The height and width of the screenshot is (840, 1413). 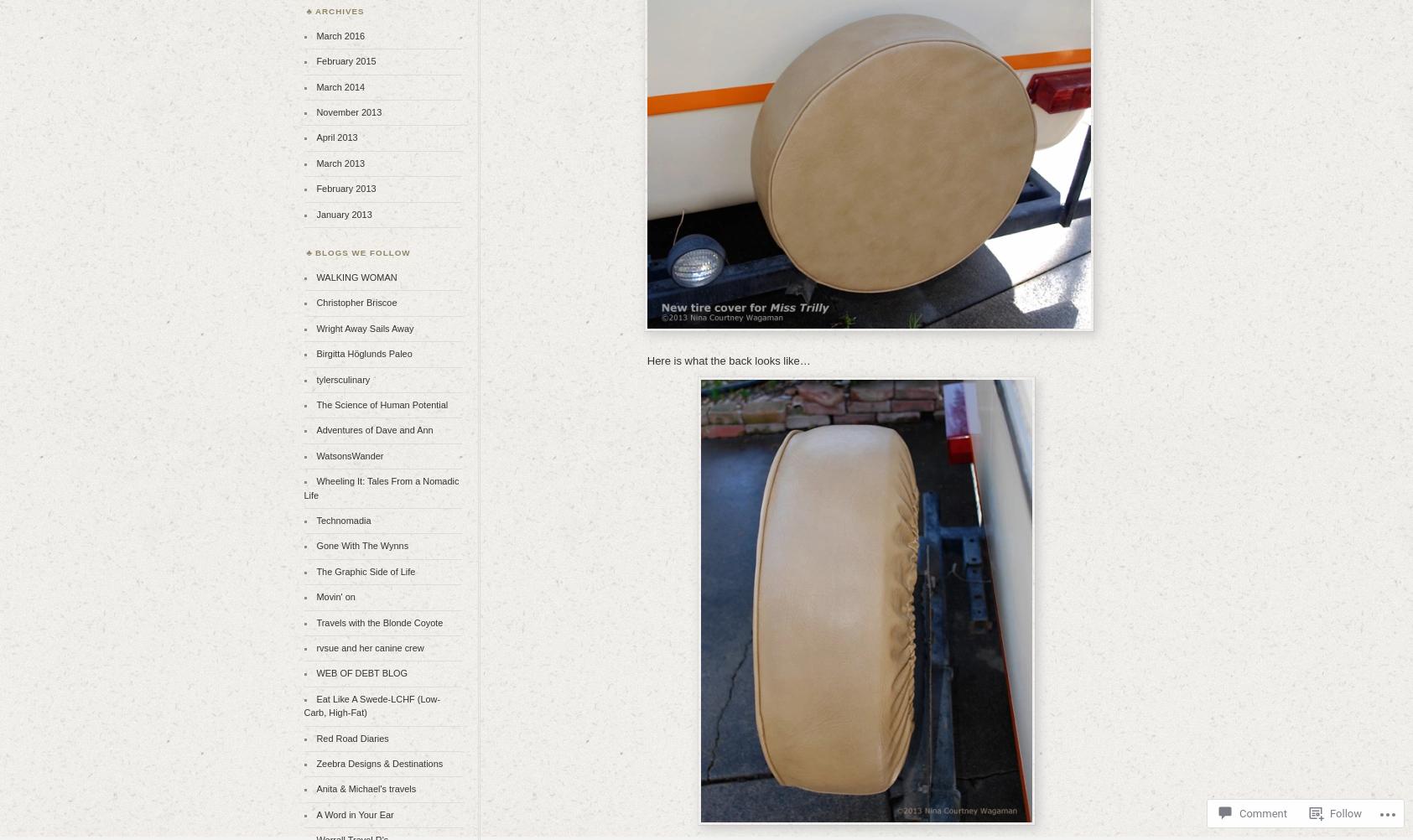 I want to click on 'The Science of Human Potential', so click(x=381, y=402).